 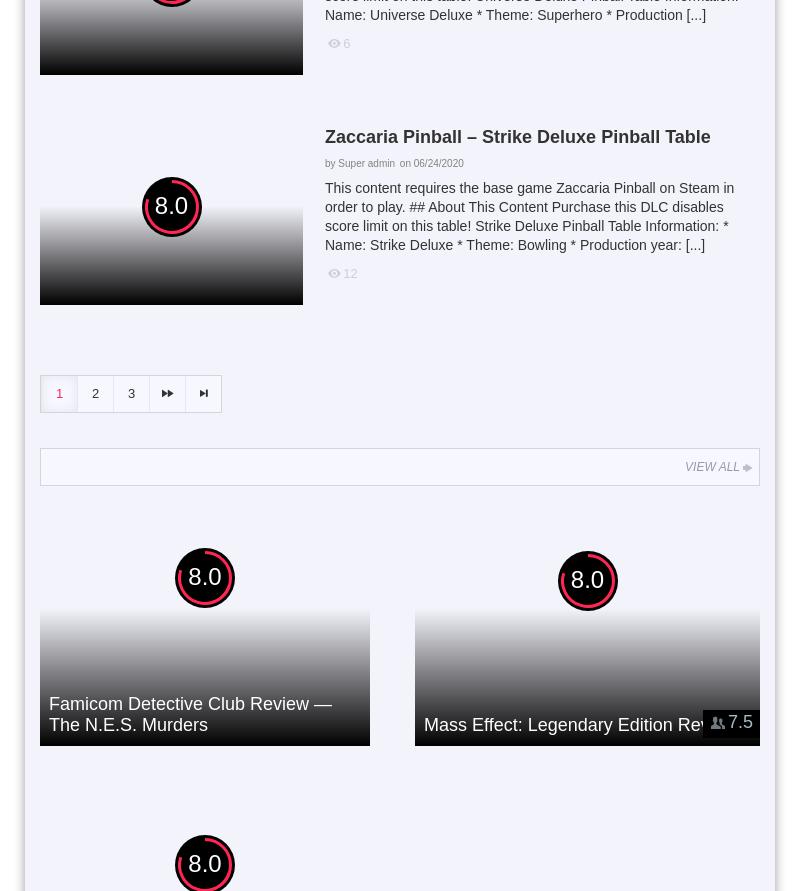 I want to click on 'Zaccaria Pinball – Strike Deluxe Pinball Table', so click(x=323, y=134).